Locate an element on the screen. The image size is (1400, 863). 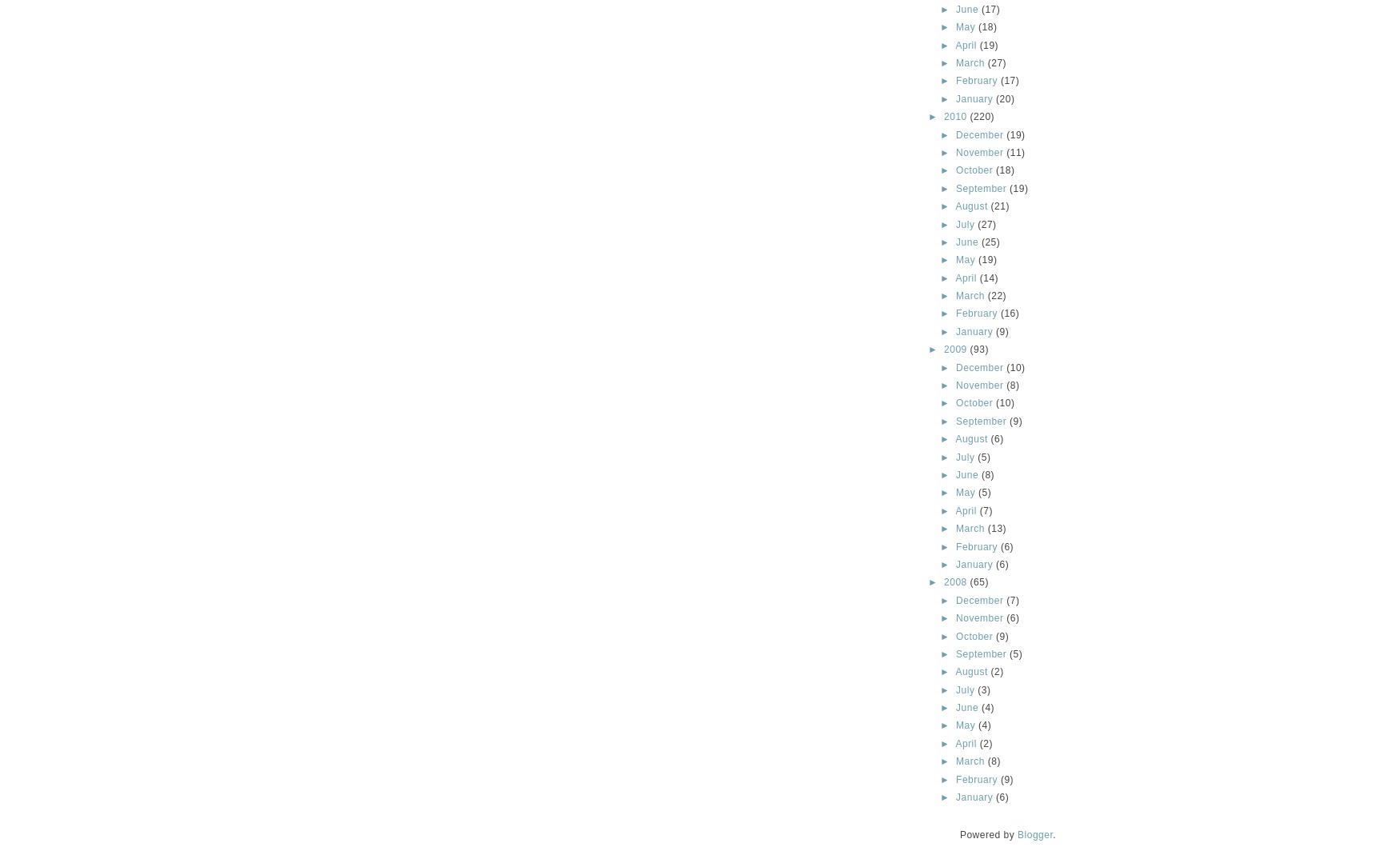
'(21)' is located at coordinates (990, 206).